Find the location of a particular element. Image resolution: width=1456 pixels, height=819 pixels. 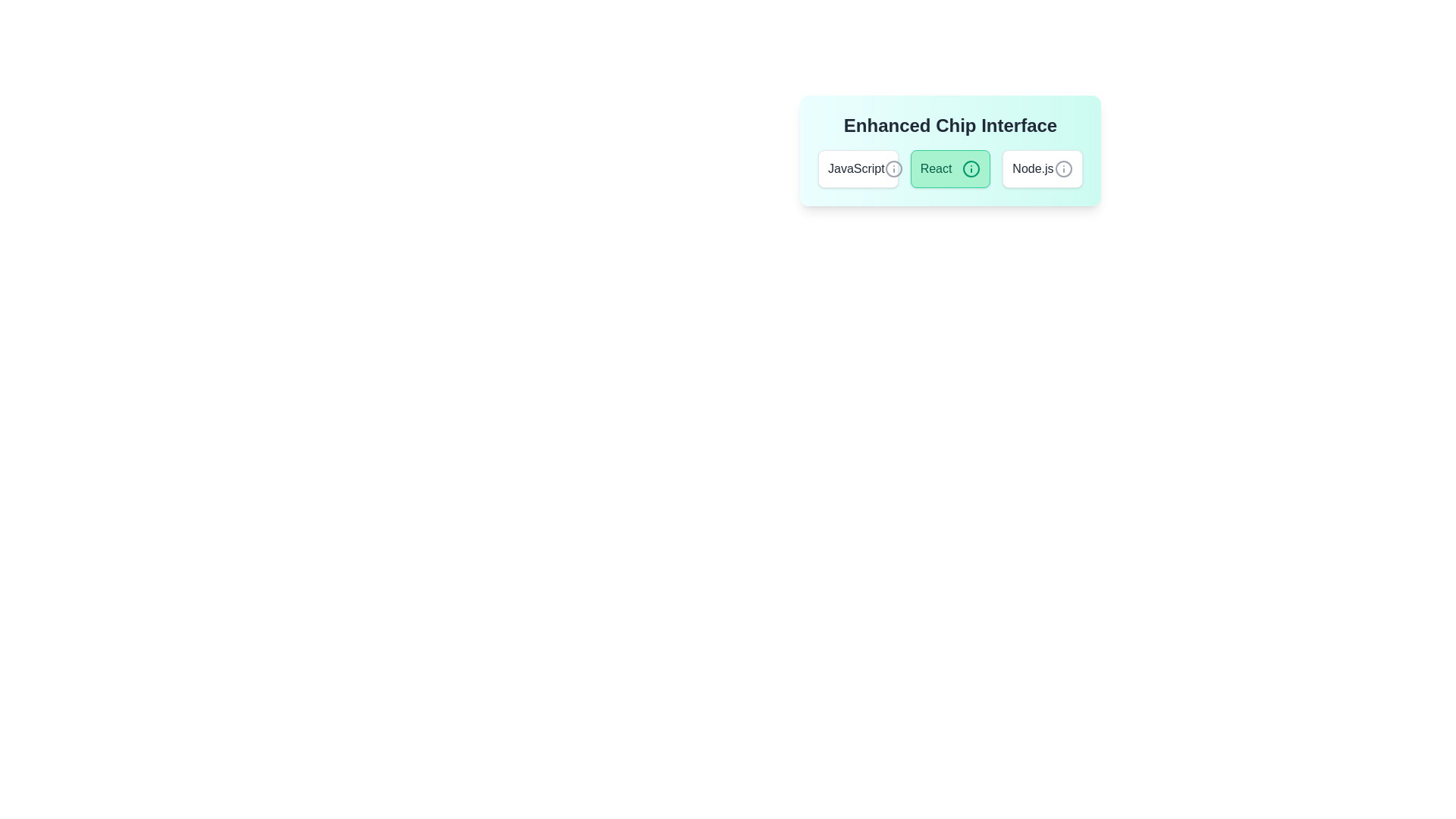

the chip labeled 'JavaScript' to view its tooltip is located at coordinates (858, 169).